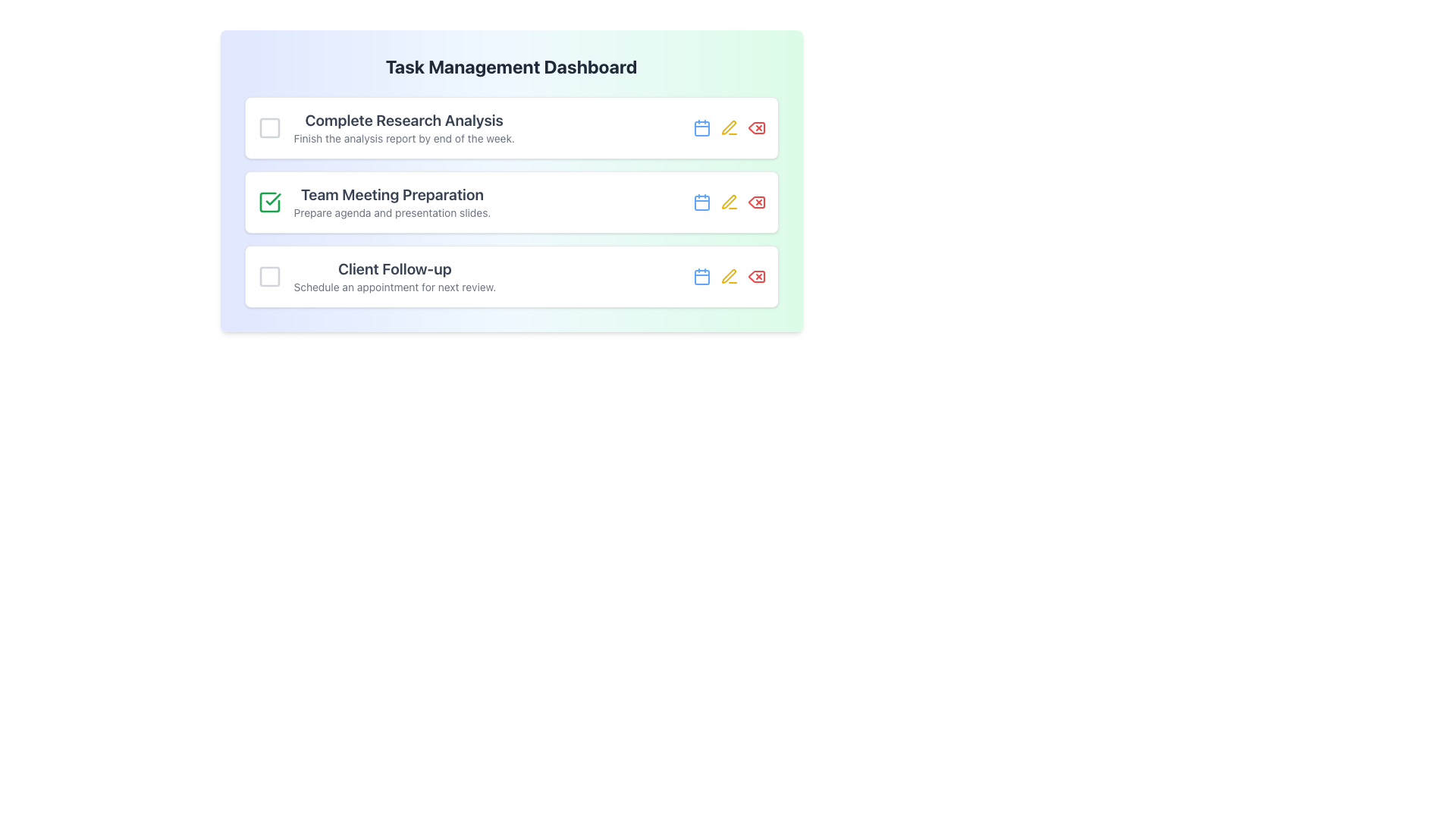  Describe the element at coordinates (756, 127) in the screenshot. I see `the delete button, which is the third icon in the action section of the first task in the task management dashboard` at that location.